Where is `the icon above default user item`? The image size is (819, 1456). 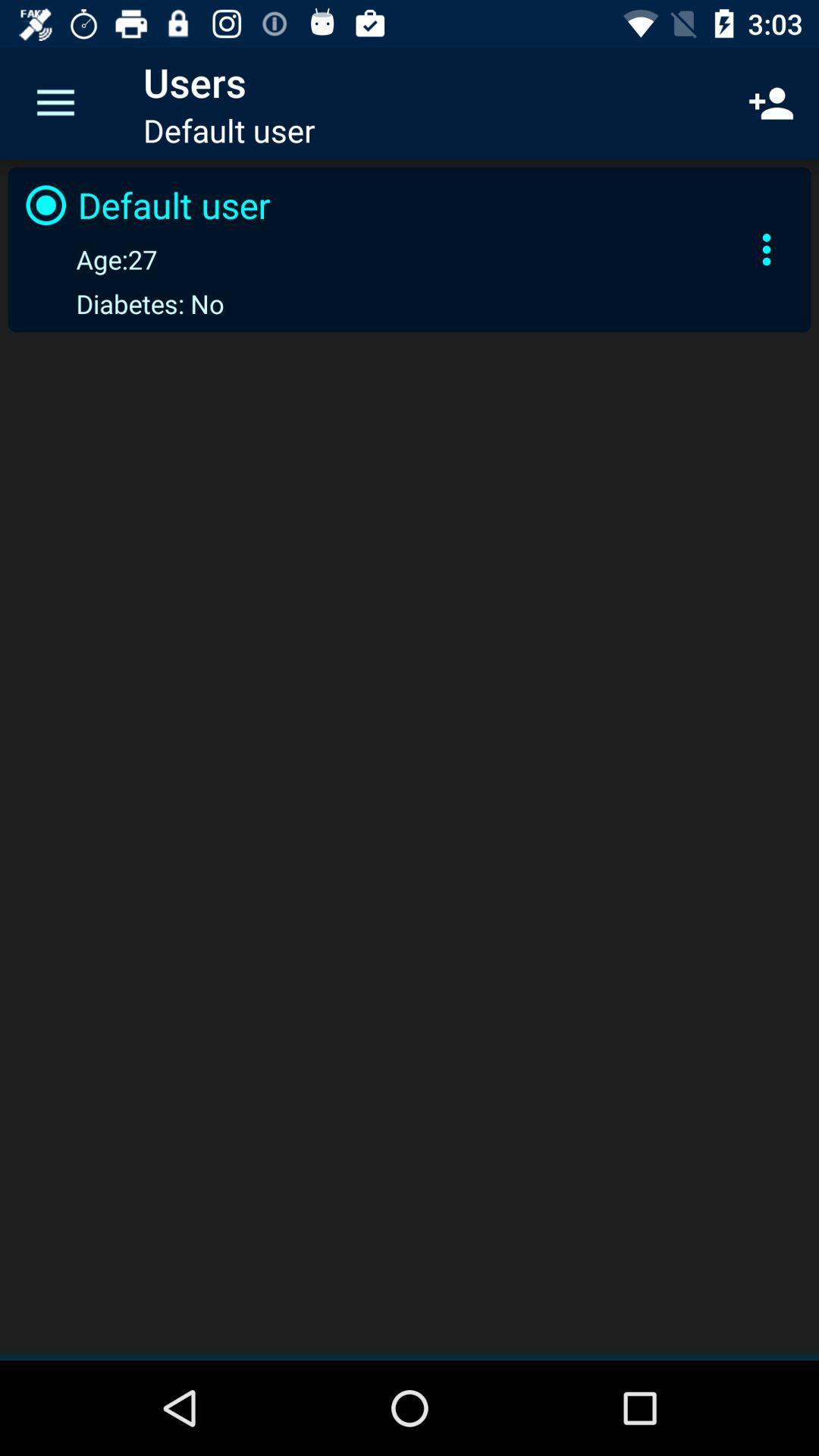 the icon above default user item is located at coordinates (55, 102).